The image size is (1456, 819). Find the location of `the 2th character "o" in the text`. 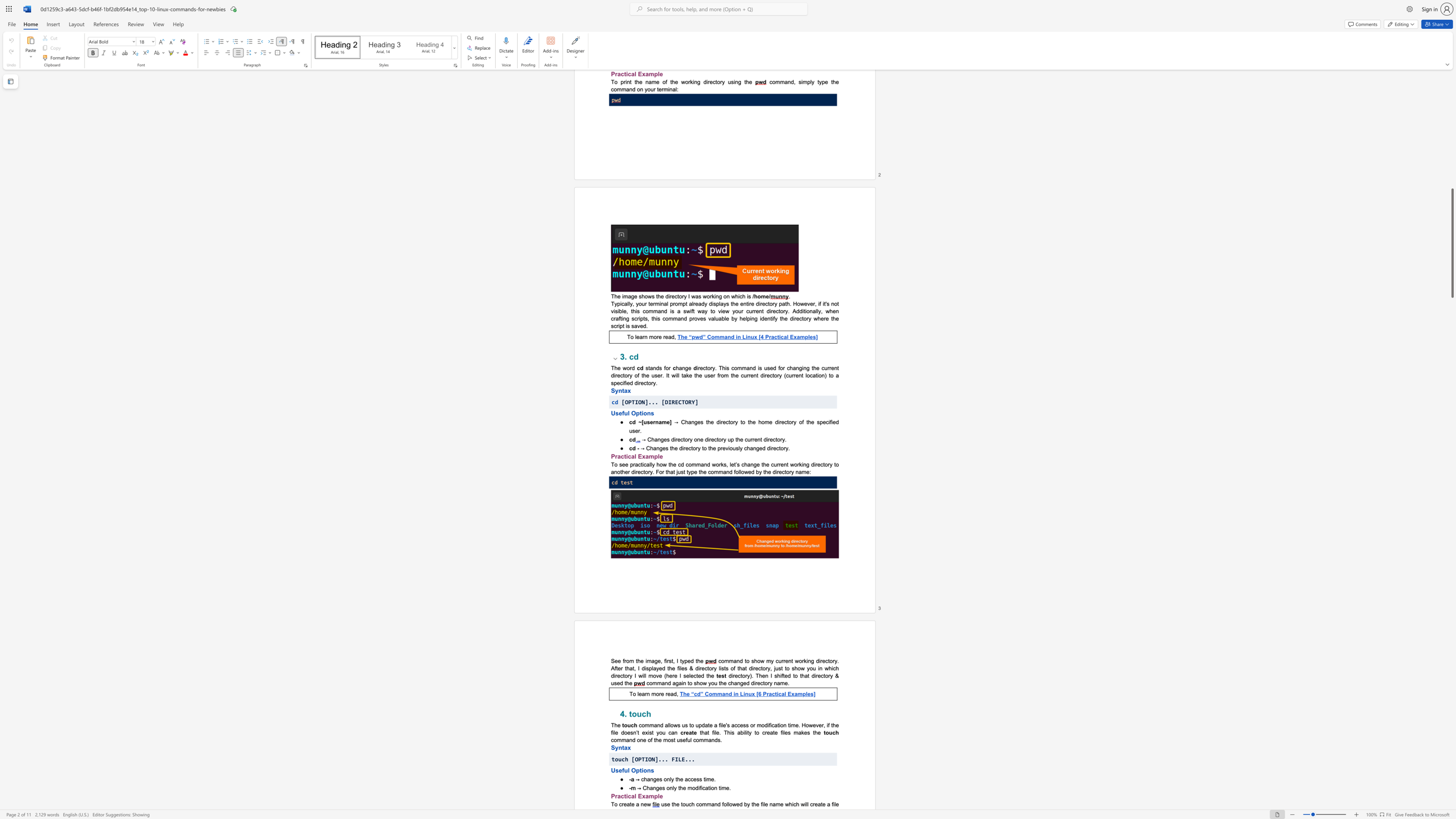

the 2th character "o" in the text is located at coordinates (694, 787).